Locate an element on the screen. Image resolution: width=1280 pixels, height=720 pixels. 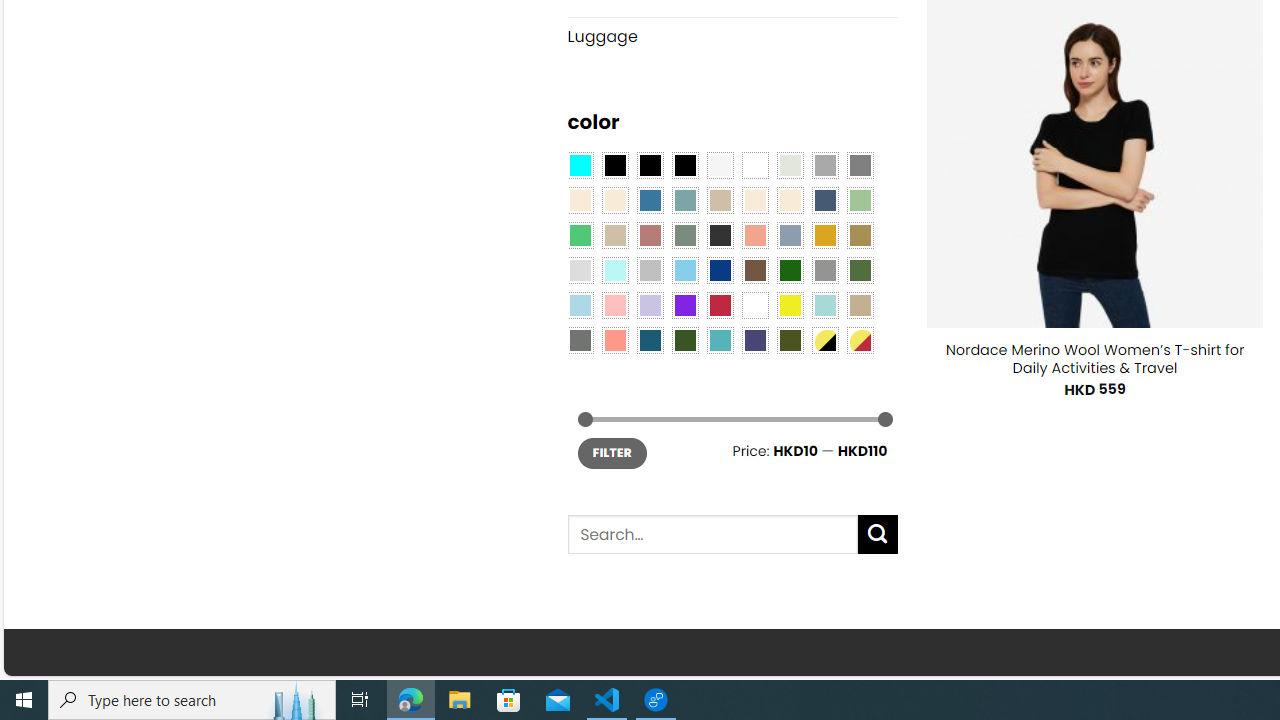
'Emerald Green' is located at coordinates (578, 233).